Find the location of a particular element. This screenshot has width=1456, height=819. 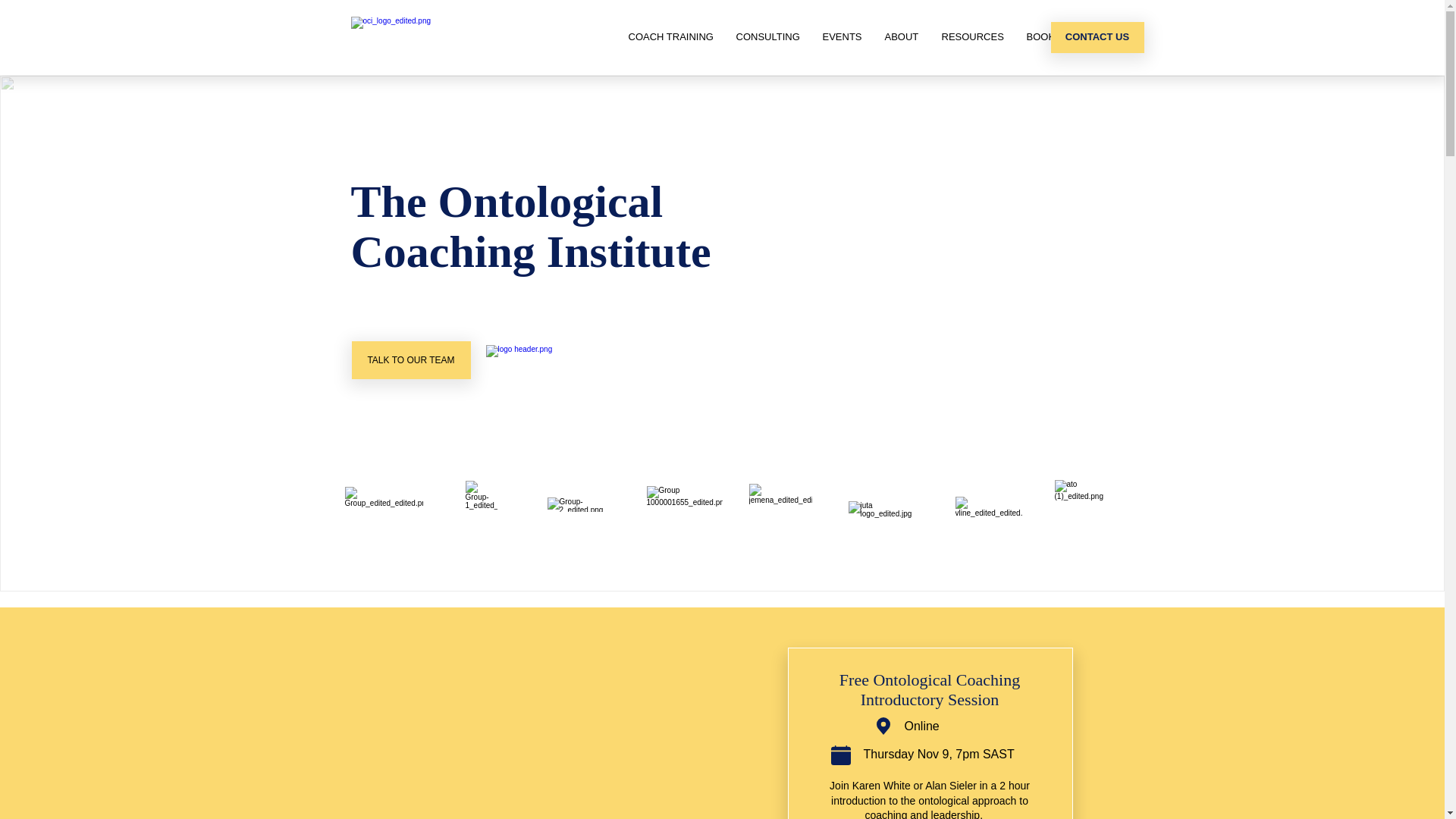

'CONTACT US' is located at coordinates (1097, 36).